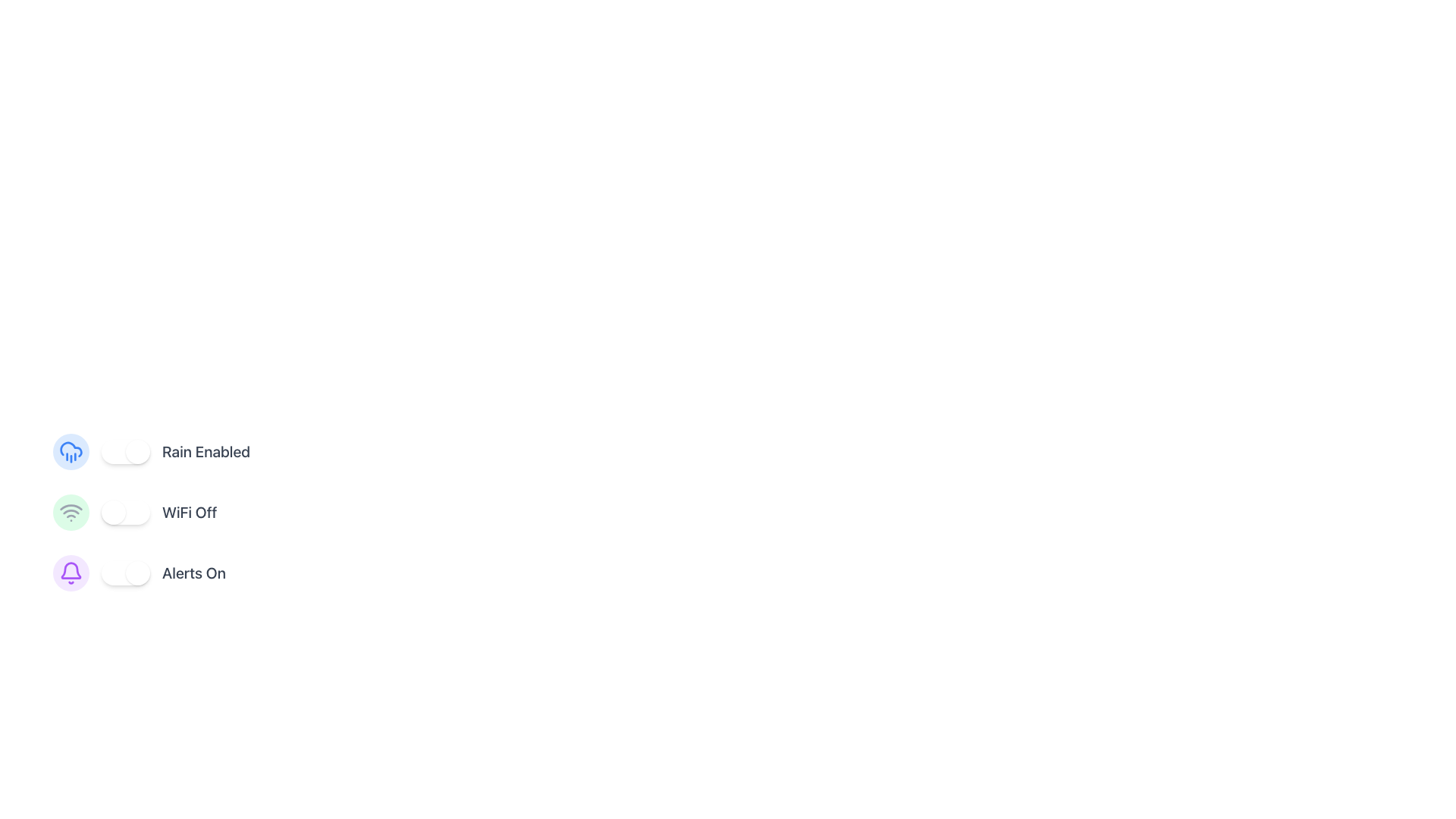 The height and width of the screenshot is (819, 1456). Describe the element at coordinates (112, 512) in the screenshot. I see `the toggle handle for the 'WiFi Off' switch` at that location.